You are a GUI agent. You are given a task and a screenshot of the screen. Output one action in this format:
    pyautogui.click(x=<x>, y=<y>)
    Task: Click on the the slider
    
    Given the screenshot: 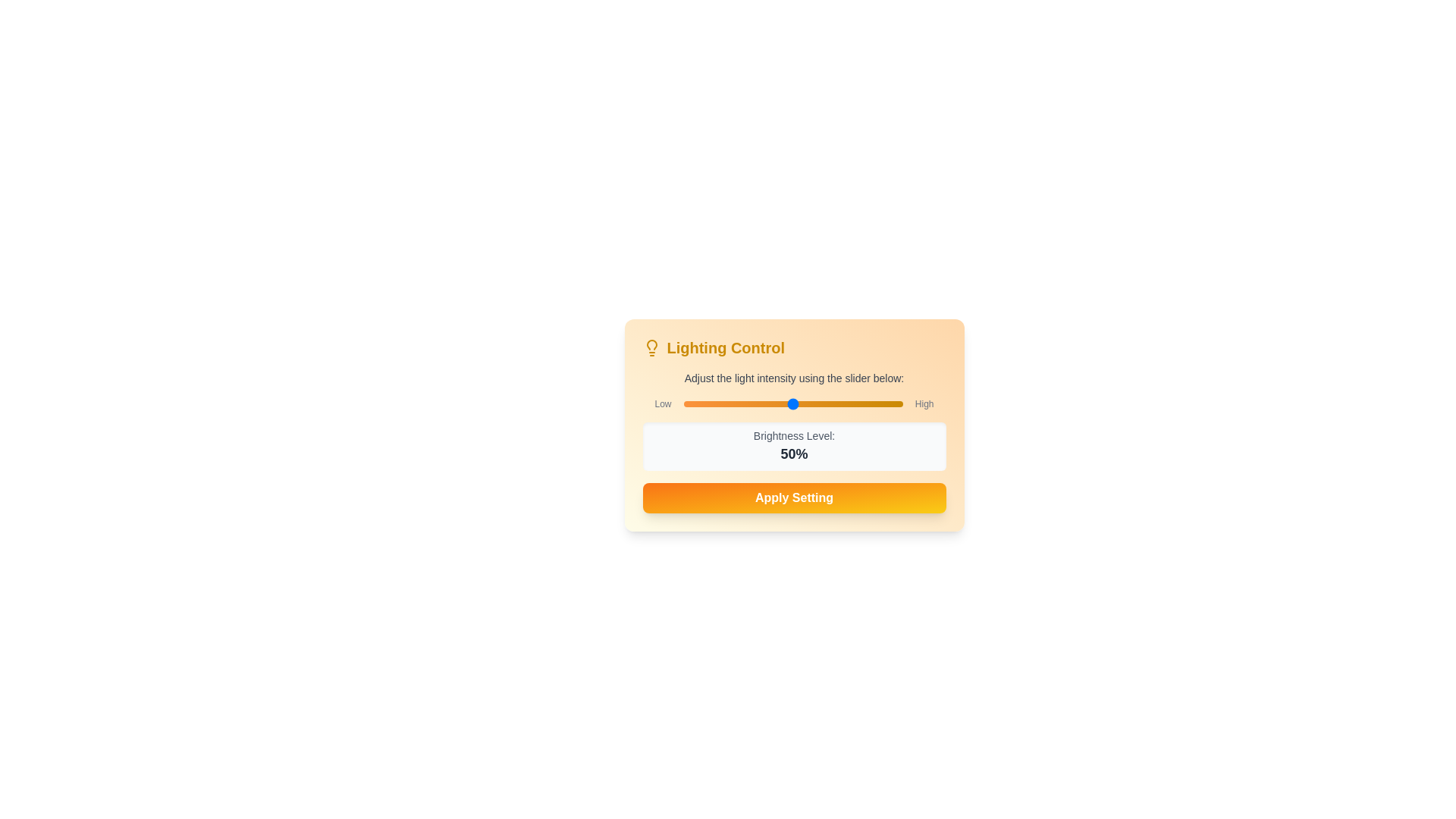 What is the action you would take?
    pyautogui.click(x=868, y=403)
    